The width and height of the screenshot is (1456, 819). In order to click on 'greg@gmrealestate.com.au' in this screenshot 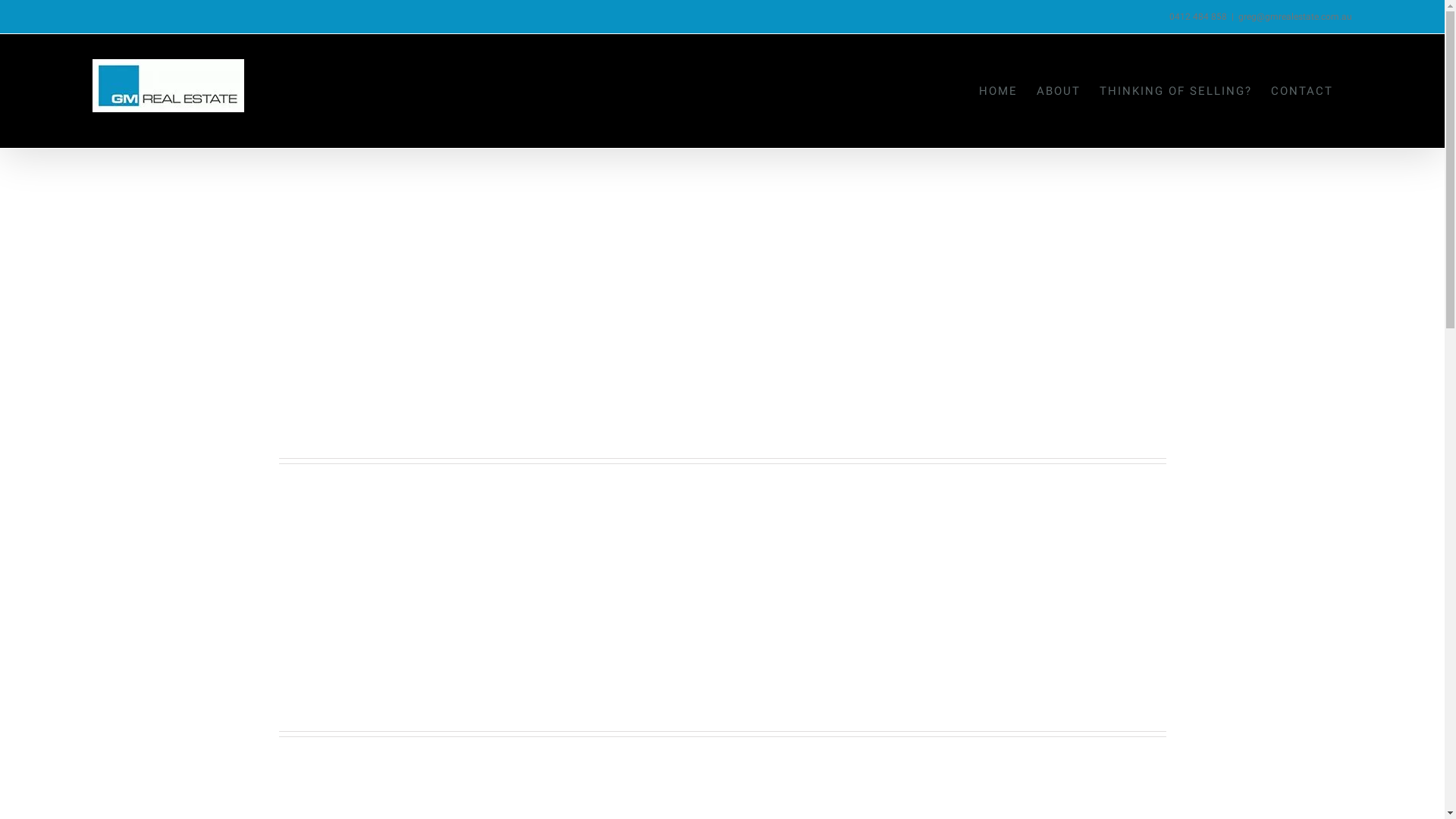, I will do `click(1294, 17)`.